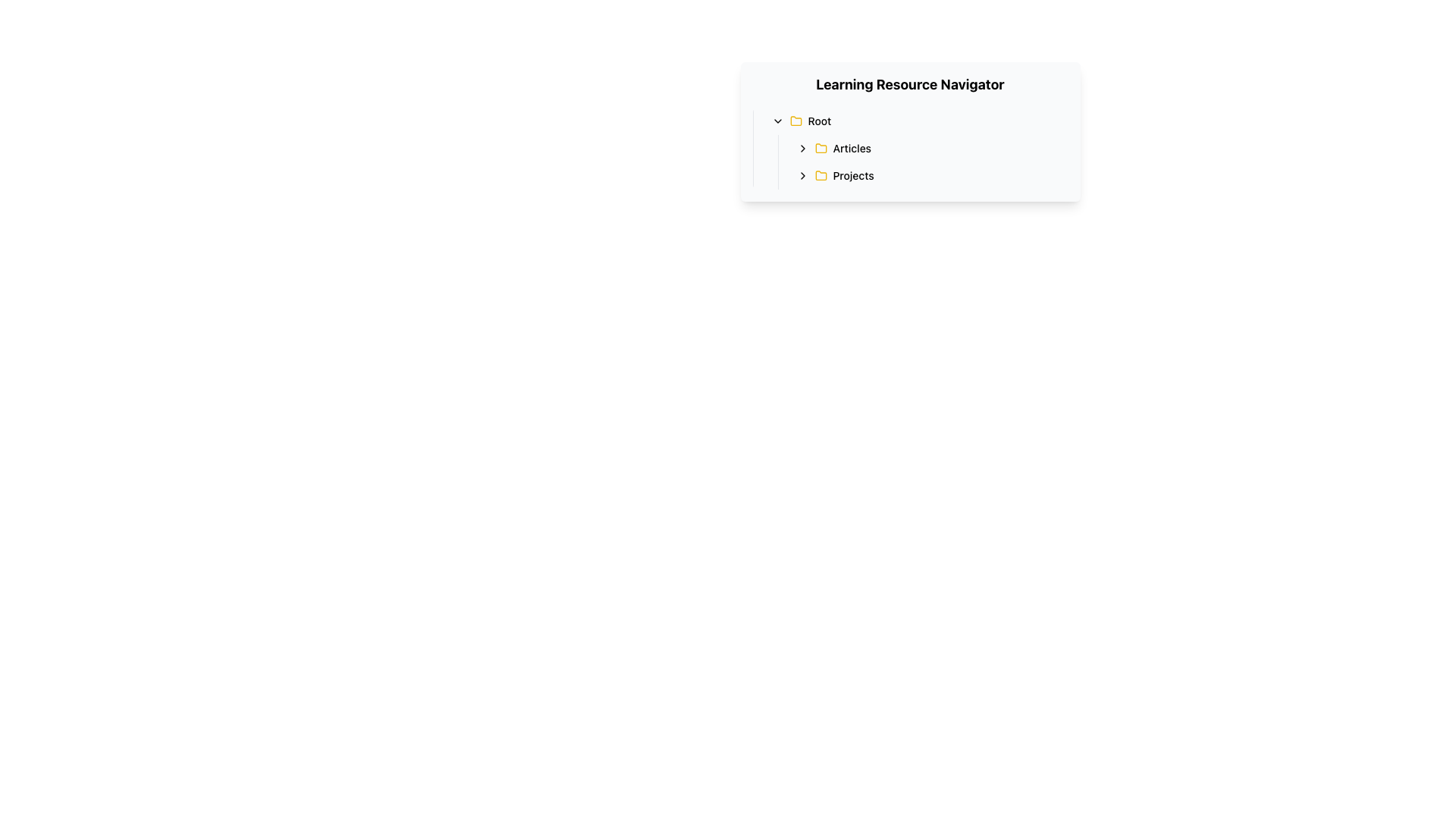  I want to click on the expandable icon located to the immediate left of the 'Projects' item in the navigation panel, so click(802, 174).